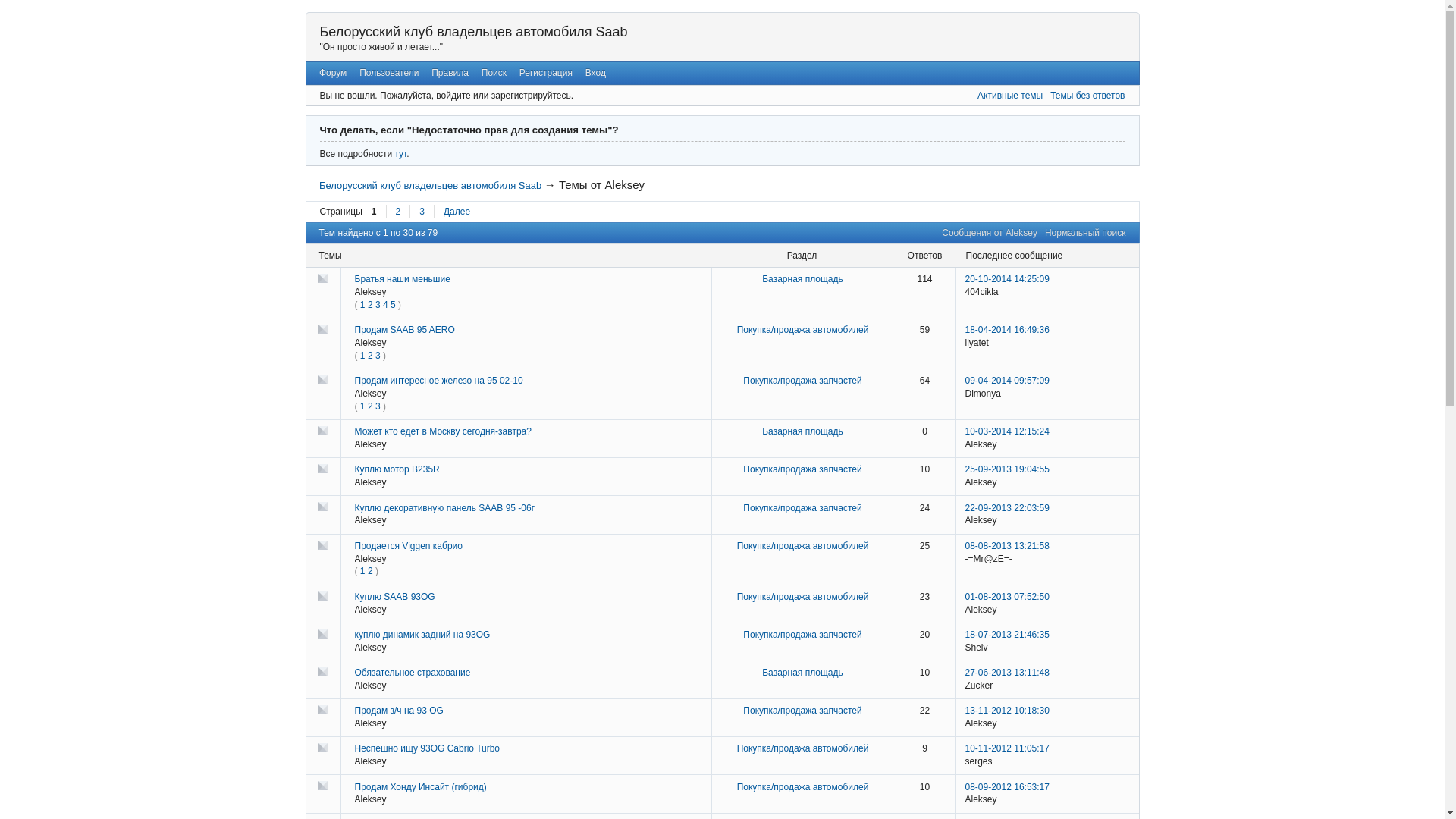  I want to click on '09-04-2014 09:57:09', so click(964, 379).